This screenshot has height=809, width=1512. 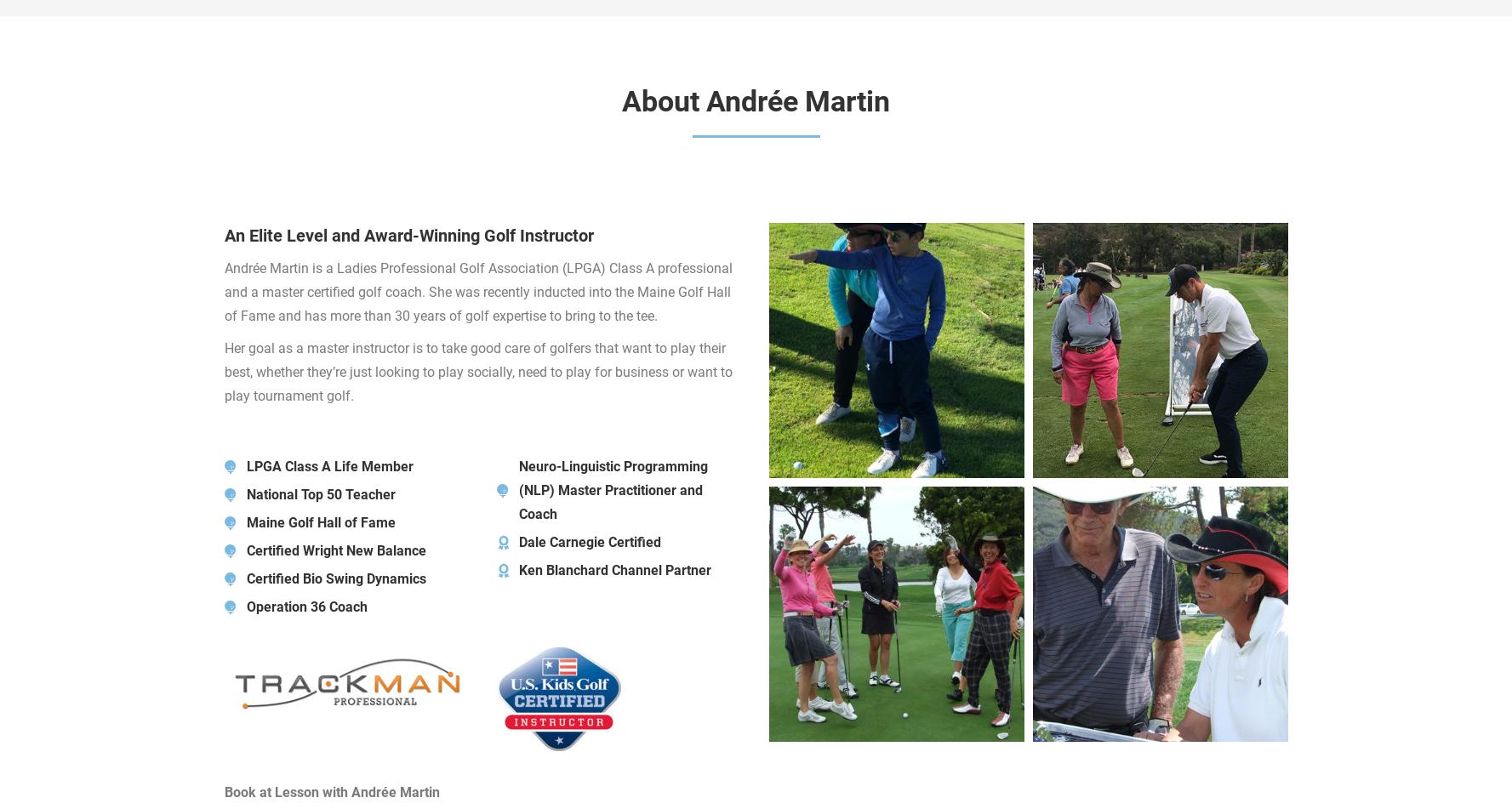 What do you see at coordinates (476, 372) in the screenshot?
I see `'Her goal as a master instructor is to take good care of golfers that want to play their best, whether they’re just looking to play socially, need to play for business or want to play tournament golf.'` at bounding box center [476, 372].